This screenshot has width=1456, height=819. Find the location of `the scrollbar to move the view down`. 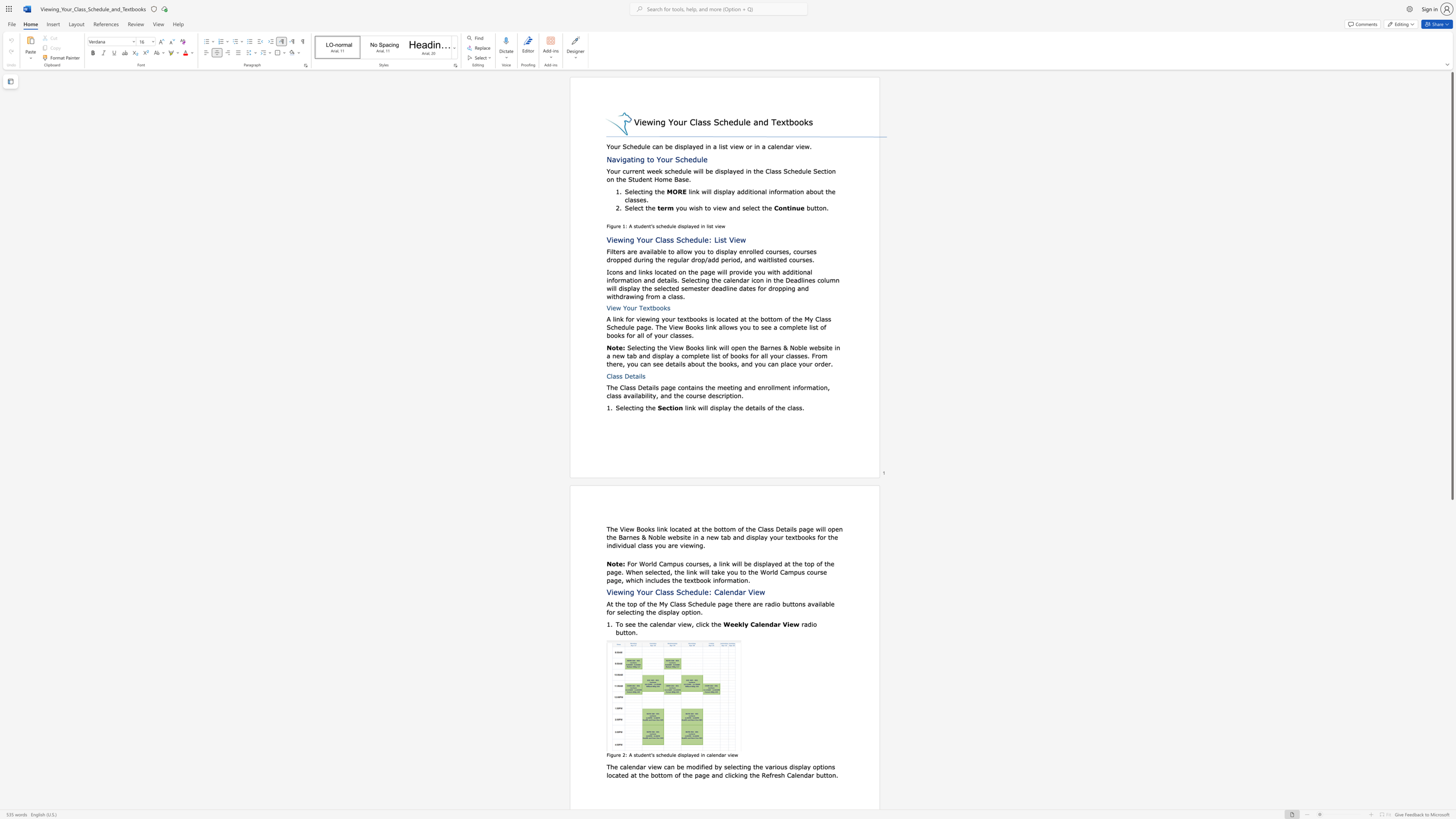

the scrollbar to move the view down is located at coordinates (1451, 580).